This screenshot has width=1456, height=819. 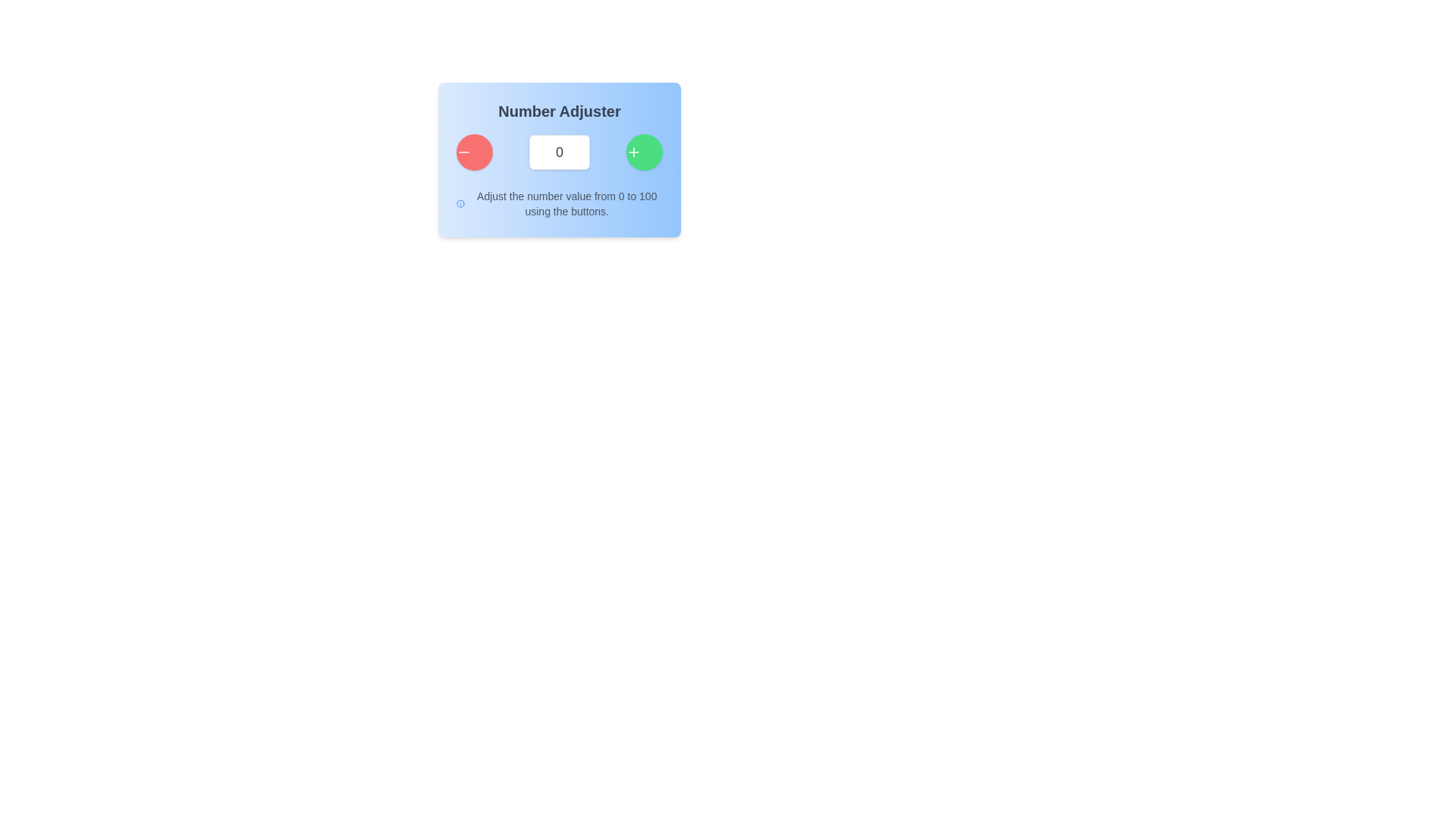 I want to click on the information icon located below the main controls of the number adjuster widget, adjacent to the descriptive text 'Adjust the number value from 0 to 100 using the buttons.', so click(x=460, y=203).